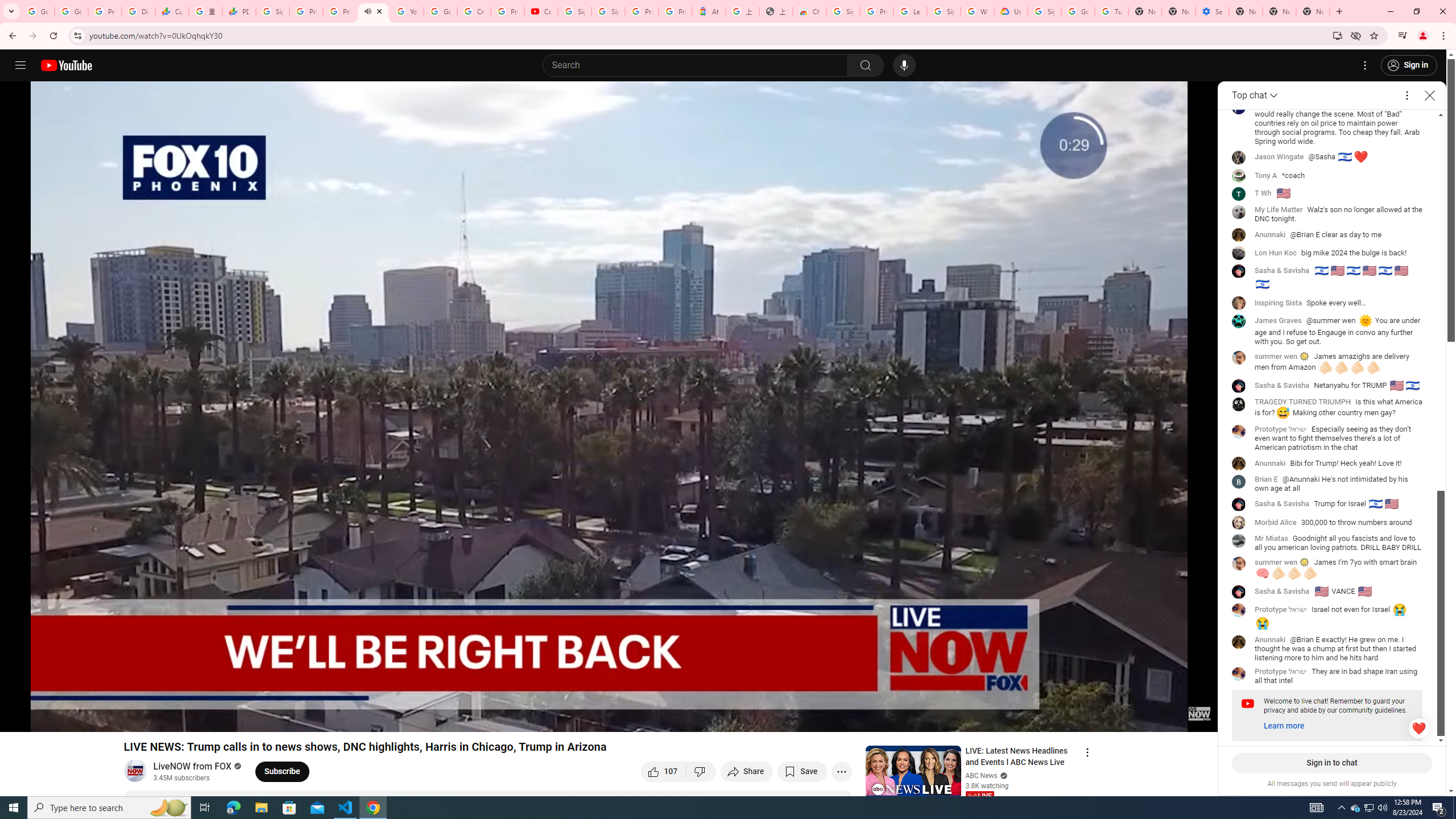 This screenshot has height=819, width=1456. I want to click on 'PDD Holdings Inc - ADR (PDD) Price & News - Google Finance', so click(238, 11).